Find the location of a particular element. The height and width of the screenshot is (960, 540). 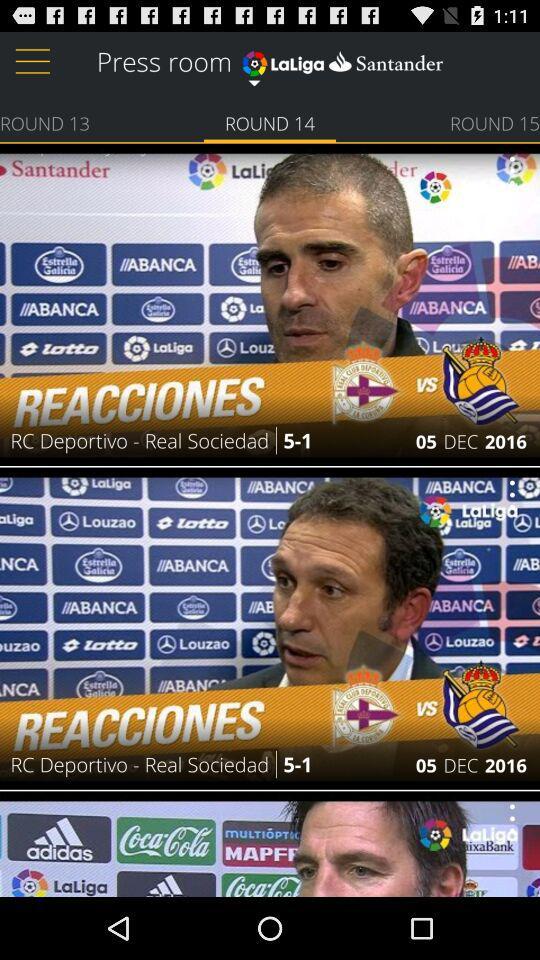

app to the right of round 14 is located at coordinates (494, 121).